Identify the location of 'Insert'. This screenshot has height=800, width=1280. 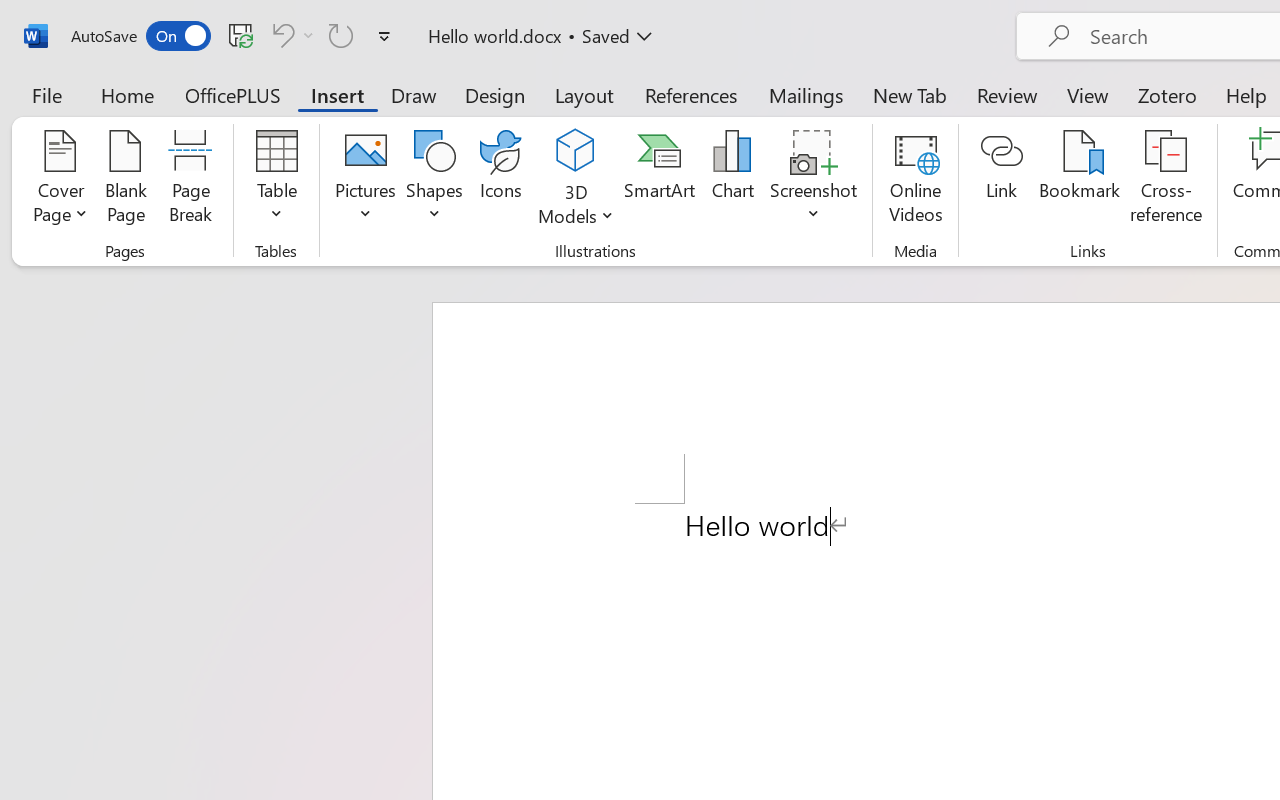
(337, 94).